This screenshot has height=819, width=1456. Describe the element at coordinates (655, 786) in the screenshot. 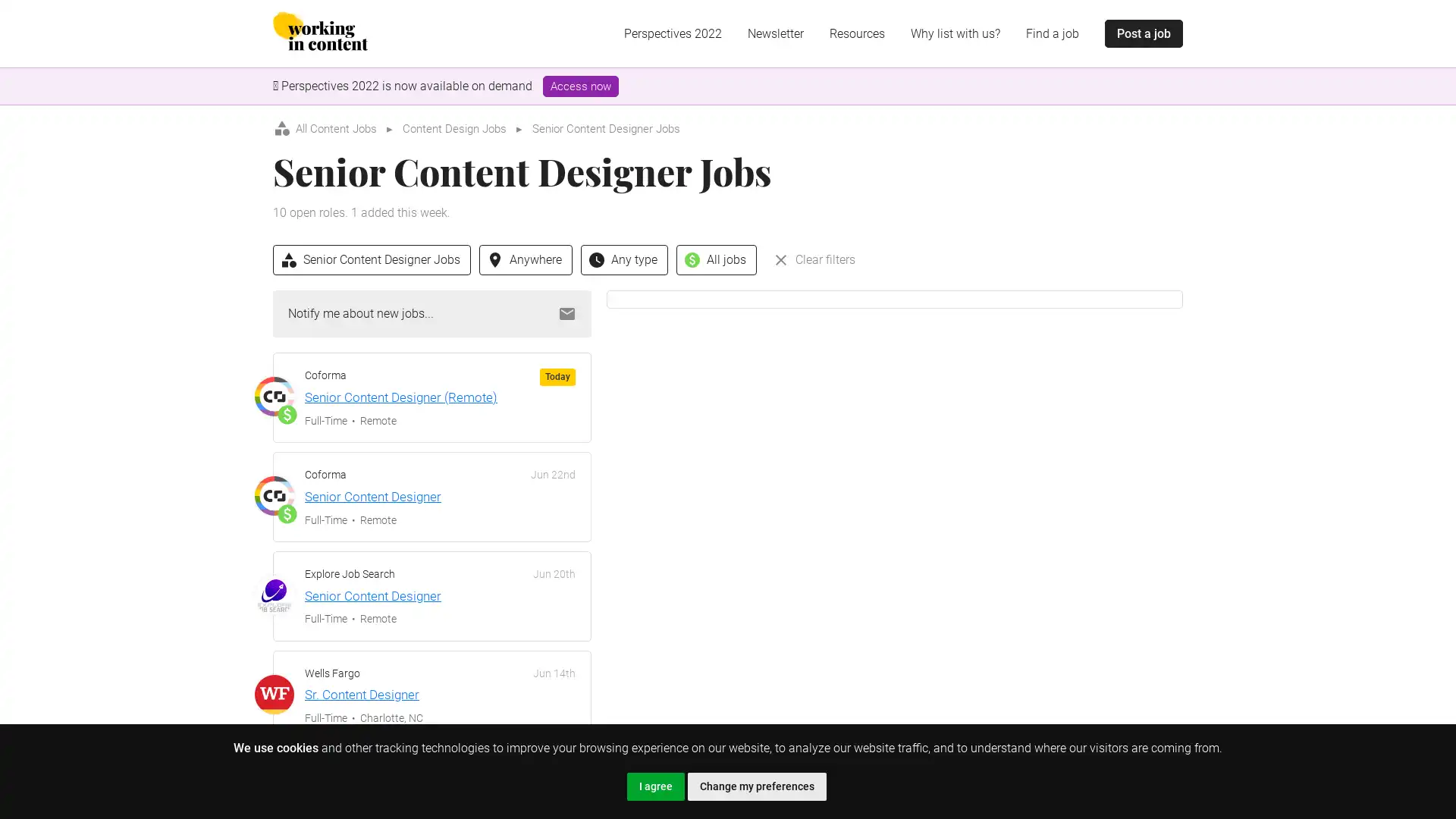

I see `I agree` at that location.